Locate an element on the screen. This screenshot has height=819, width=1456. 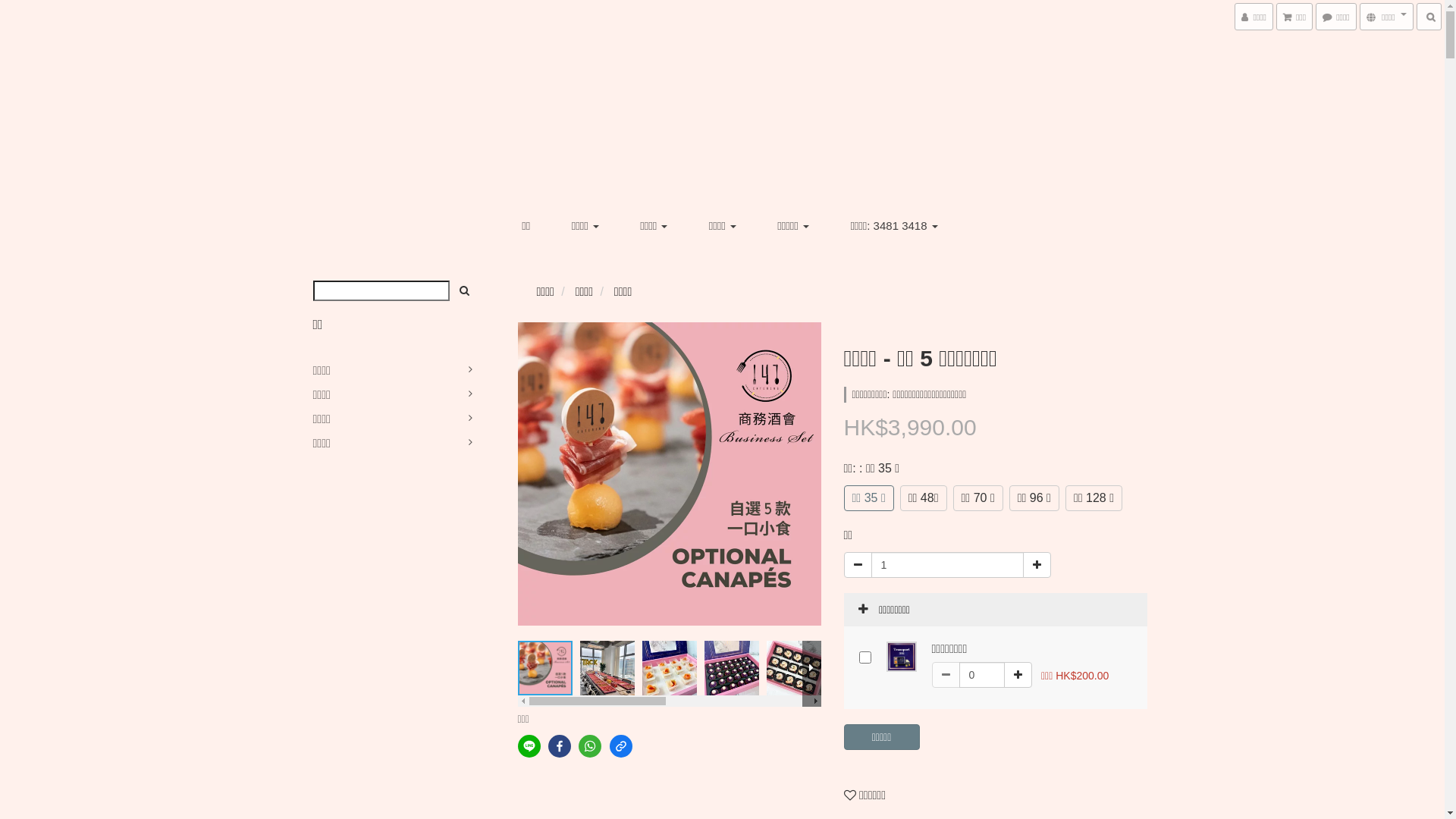
'line' is located at coordinates (516, 745).